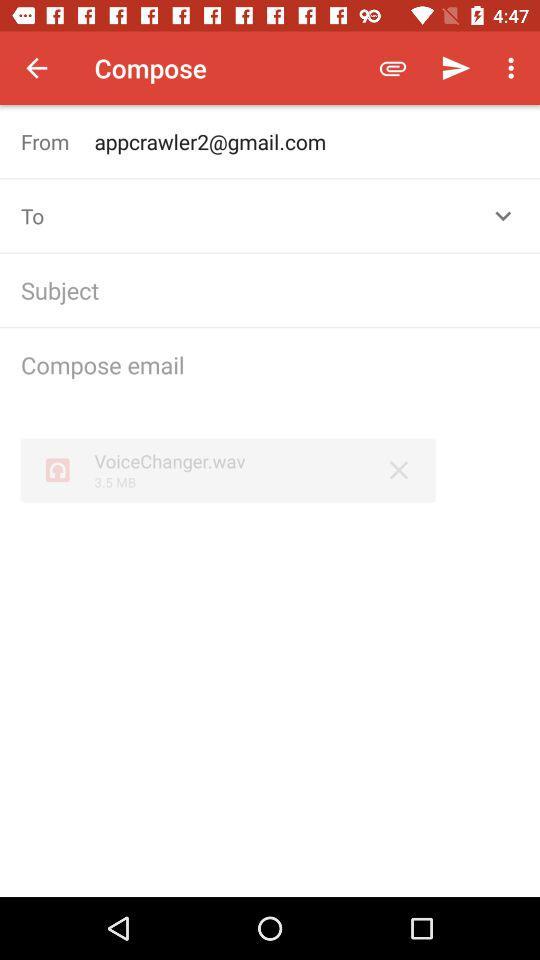 This screenshot has height=960, width=540. I want to click on icon above appcrawler2@gmail.com, so click(513, 68).